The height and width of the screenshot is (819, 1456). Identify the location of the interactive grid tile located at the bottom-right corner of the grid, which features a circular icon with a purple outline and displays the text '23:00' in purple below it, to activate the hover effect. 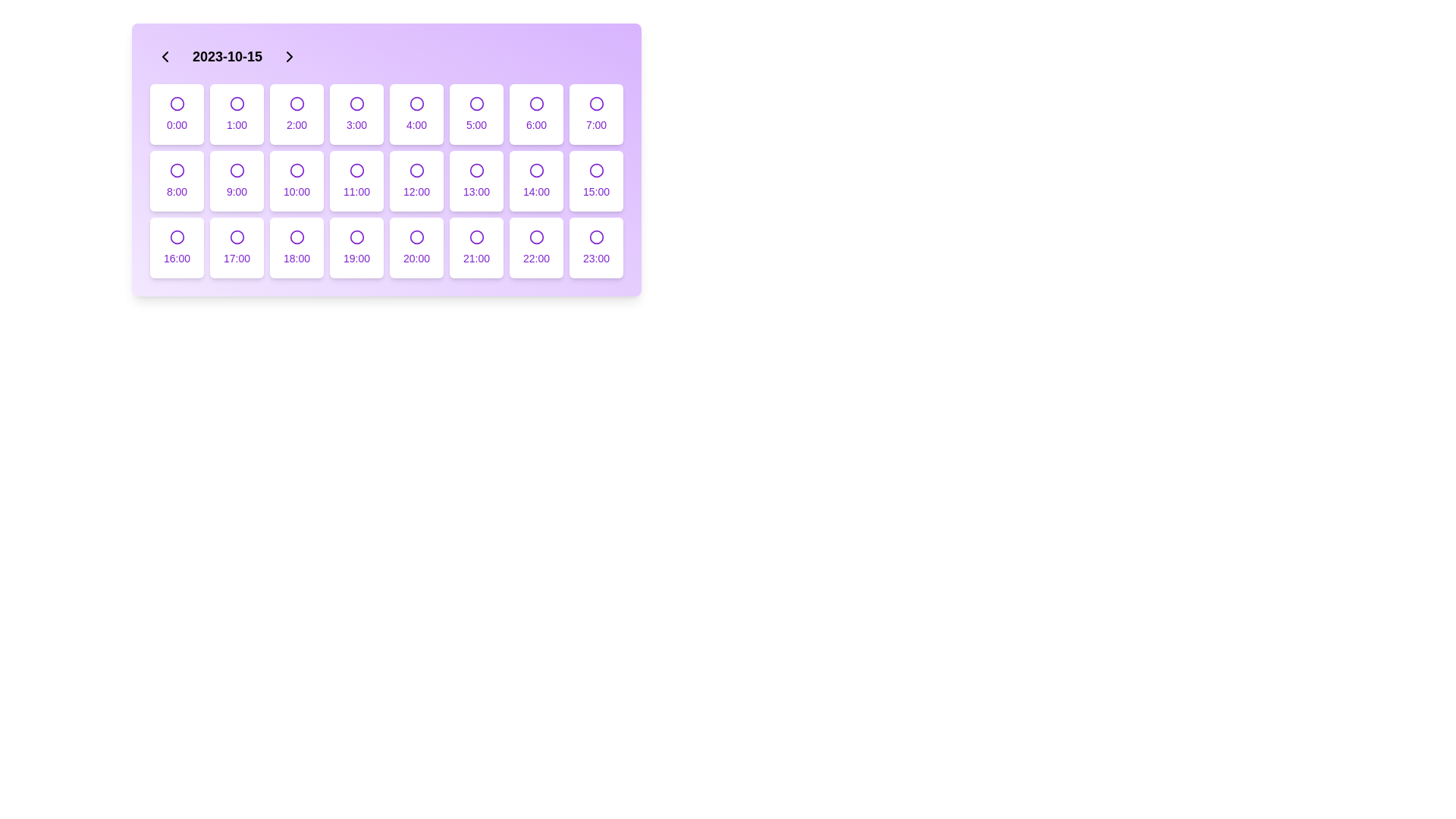
(595, 247).